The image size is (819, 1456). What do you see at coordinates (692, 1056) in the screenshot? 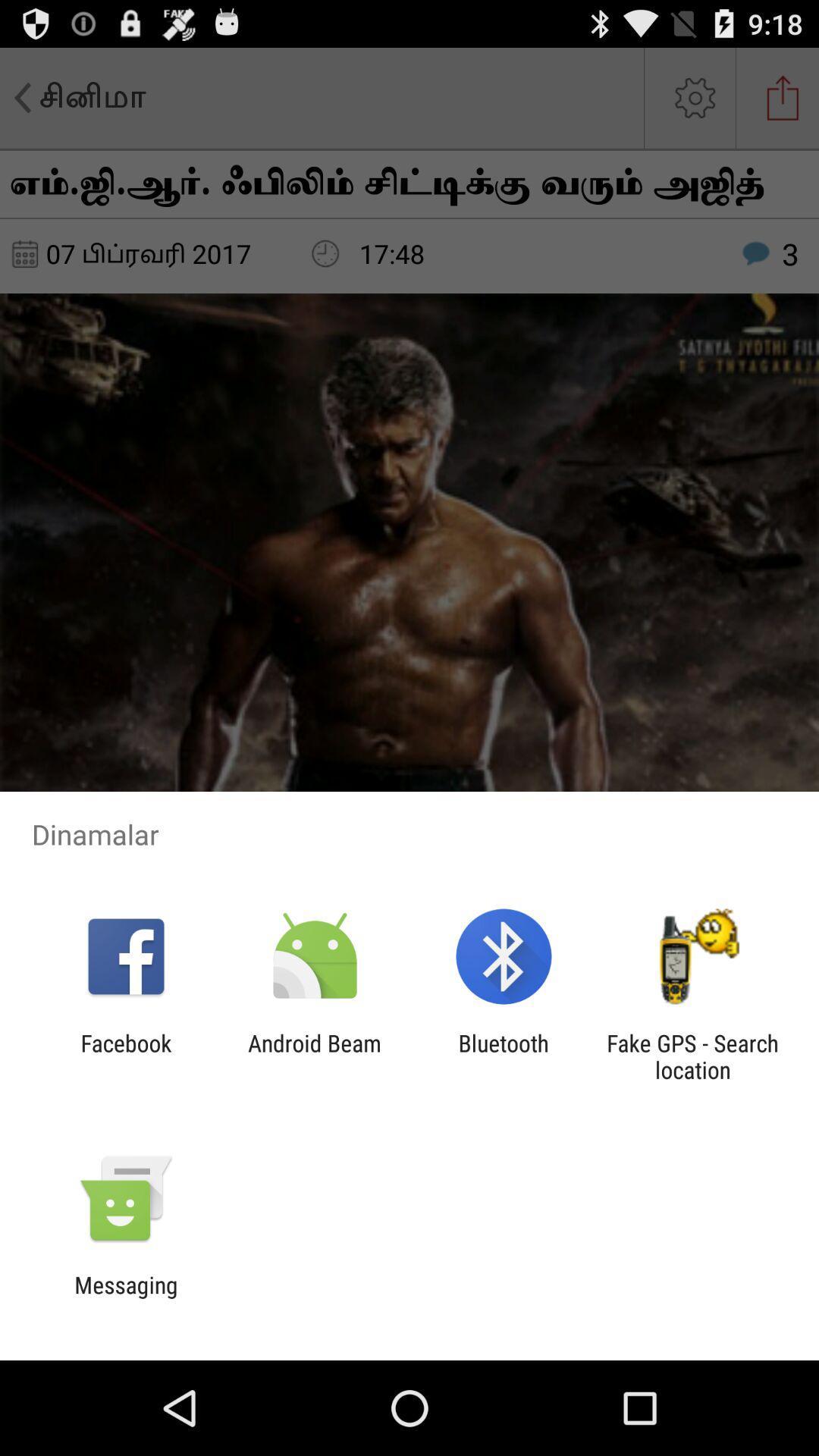
I see `the icon at the bottom right corner` at bounding box center [692, 1056].